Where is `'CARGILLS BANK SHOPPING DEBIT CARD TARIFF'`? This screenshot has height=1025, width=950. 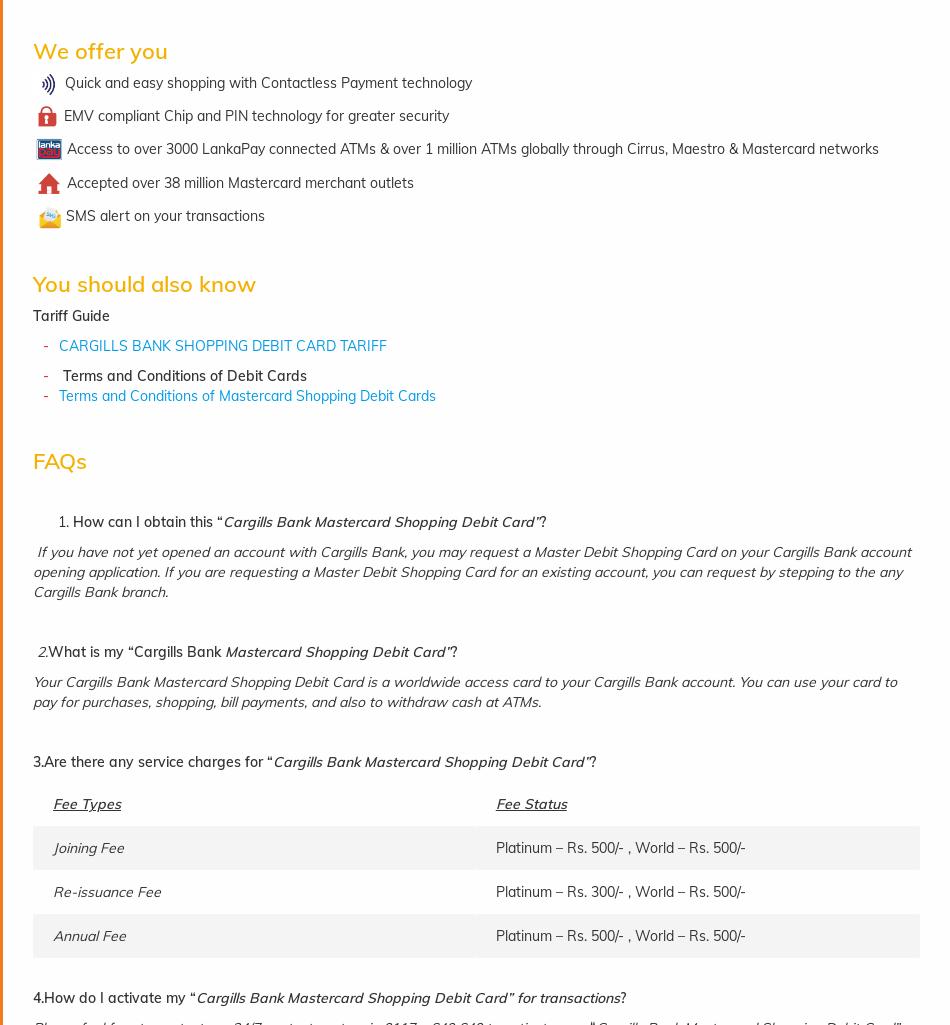
'CARGILLS BANK SHOPPING DEBIT CARD TARIFF' is located at coordinates (222, 344).